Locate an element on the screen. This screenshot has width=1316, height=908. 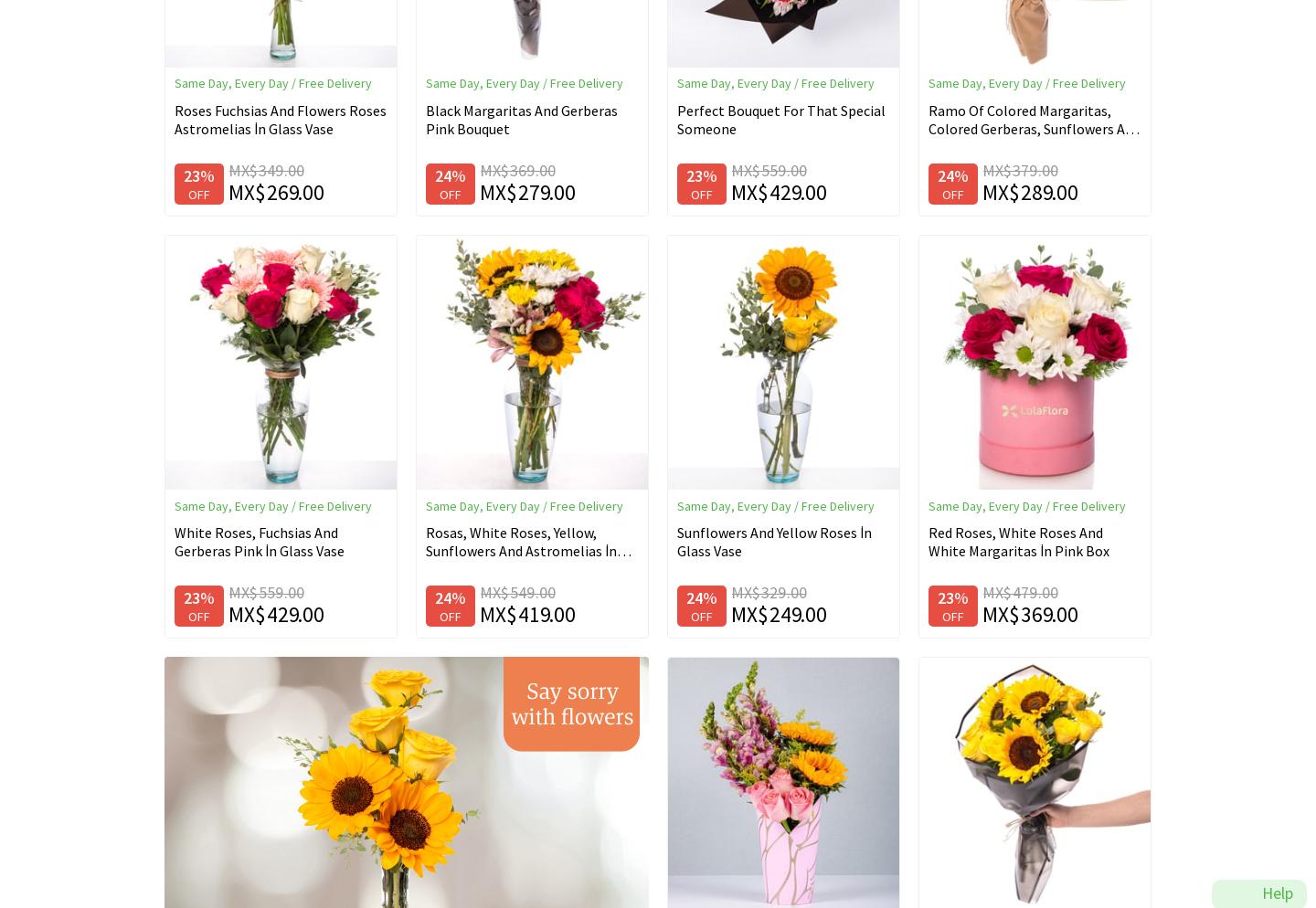
'379' is located at coordinates (1024, 169).